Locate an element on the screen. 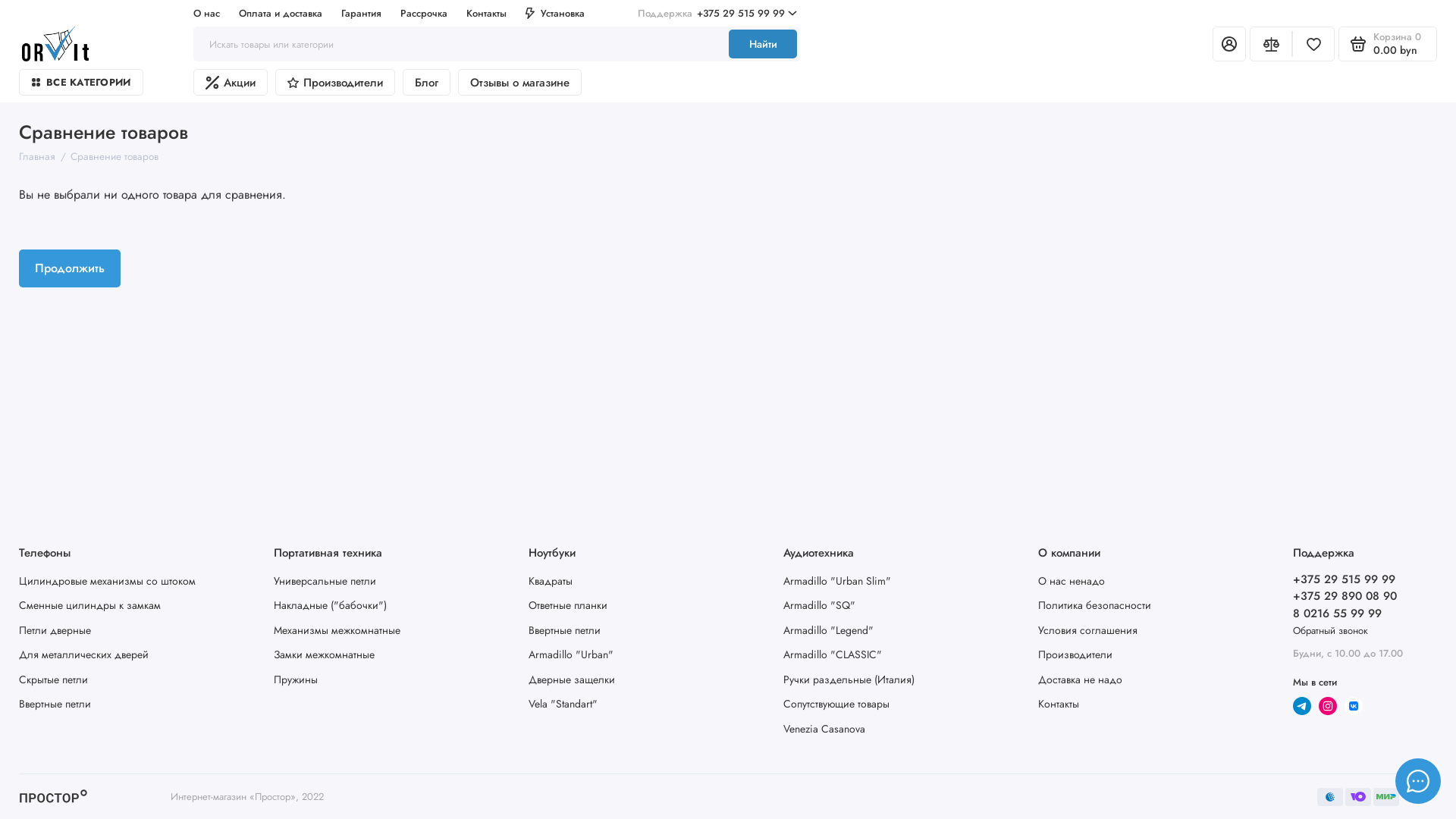  '8 0216 55 99 99' is located at coordinates (1291, 613).